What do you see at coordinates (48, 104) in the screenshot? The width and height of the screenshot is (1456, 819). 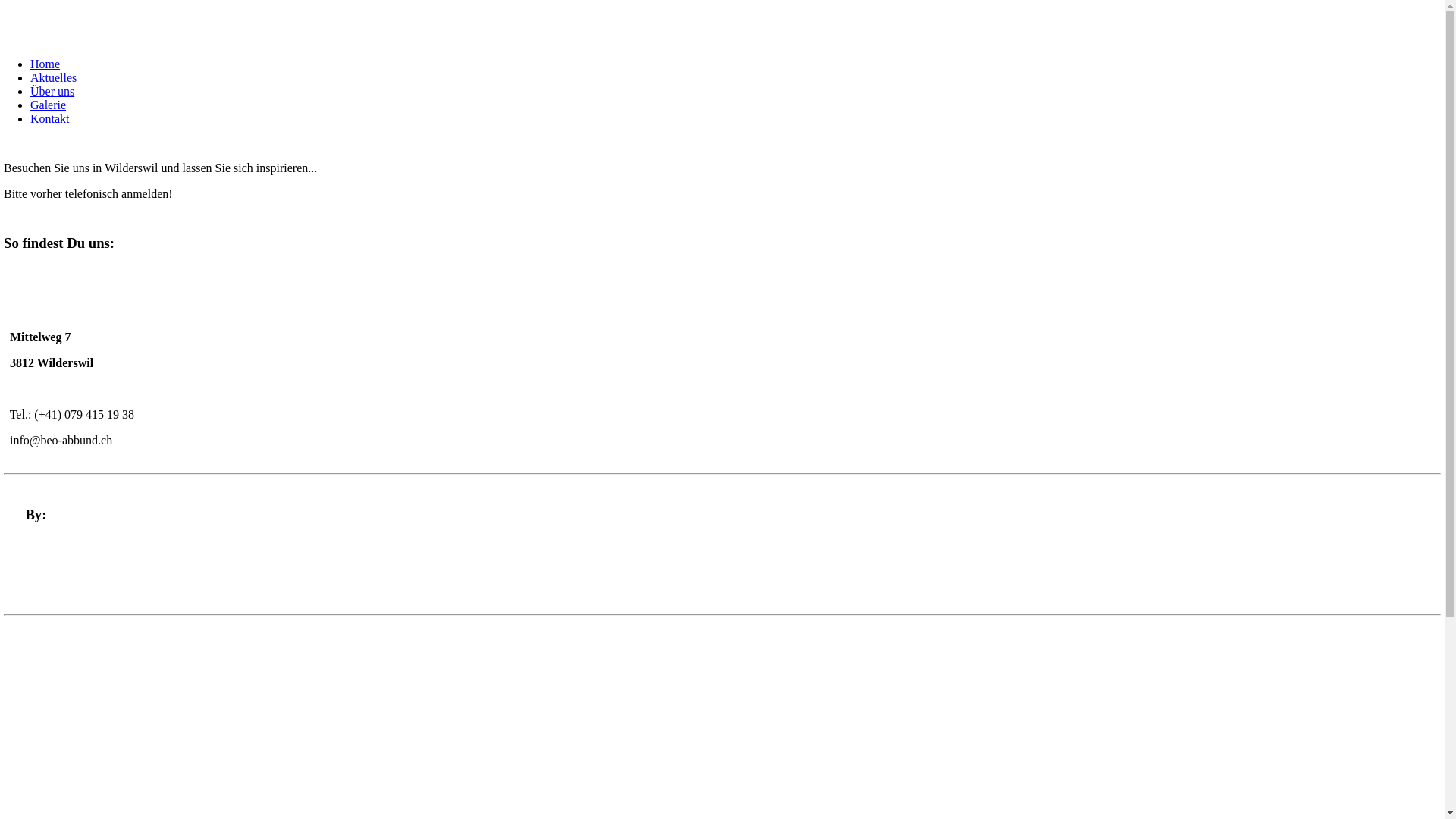 I see `'Galerie'` at bounding box center [48, 104].